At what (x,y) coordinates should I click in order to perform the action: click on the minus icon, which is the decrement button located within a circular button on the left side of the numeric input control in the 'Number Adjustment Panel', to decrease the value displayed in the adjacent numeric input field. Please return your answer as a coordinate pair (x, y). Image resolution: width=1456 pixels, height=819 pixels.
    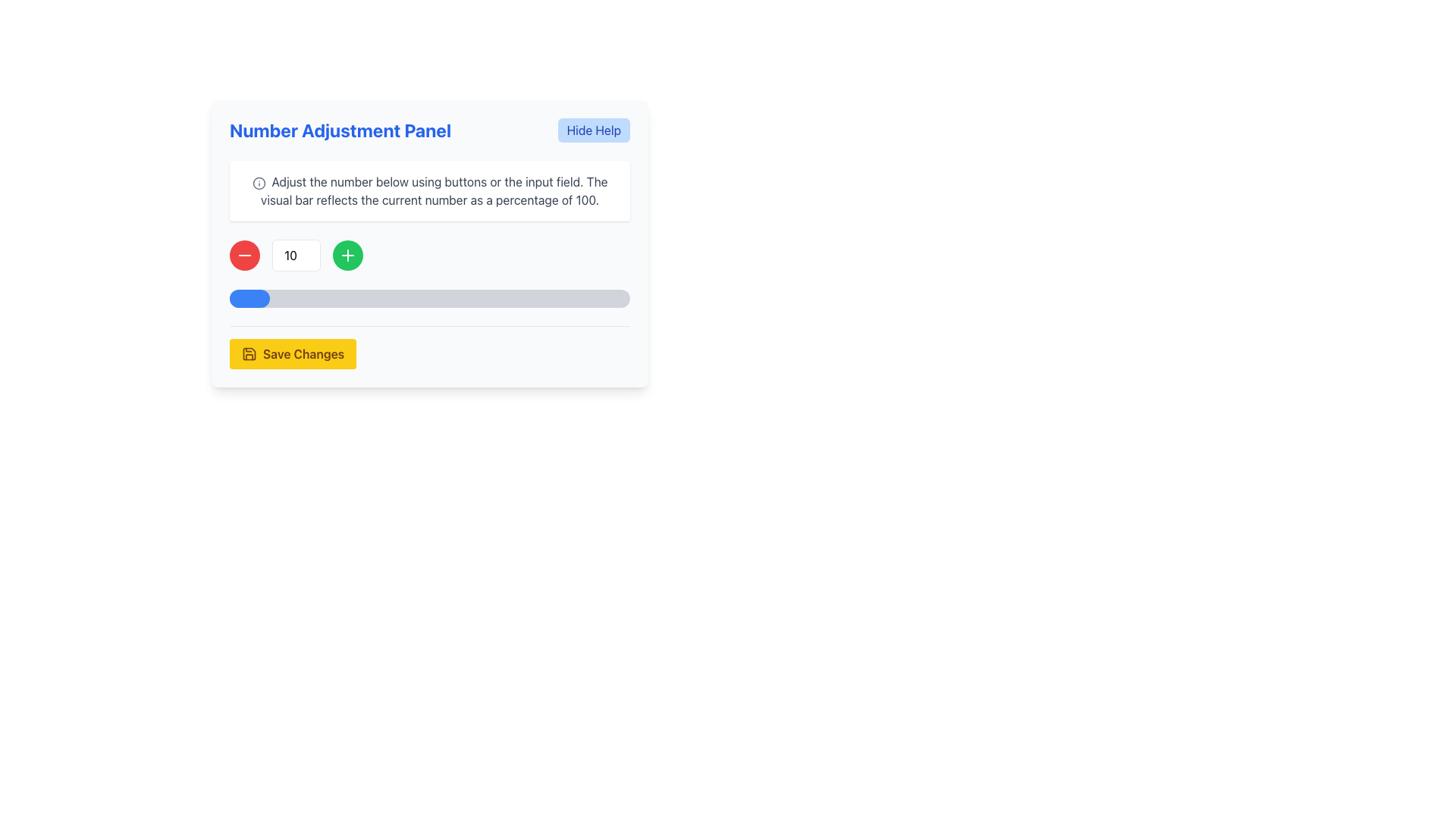
    Looking at the image, I should click on (244, 254).